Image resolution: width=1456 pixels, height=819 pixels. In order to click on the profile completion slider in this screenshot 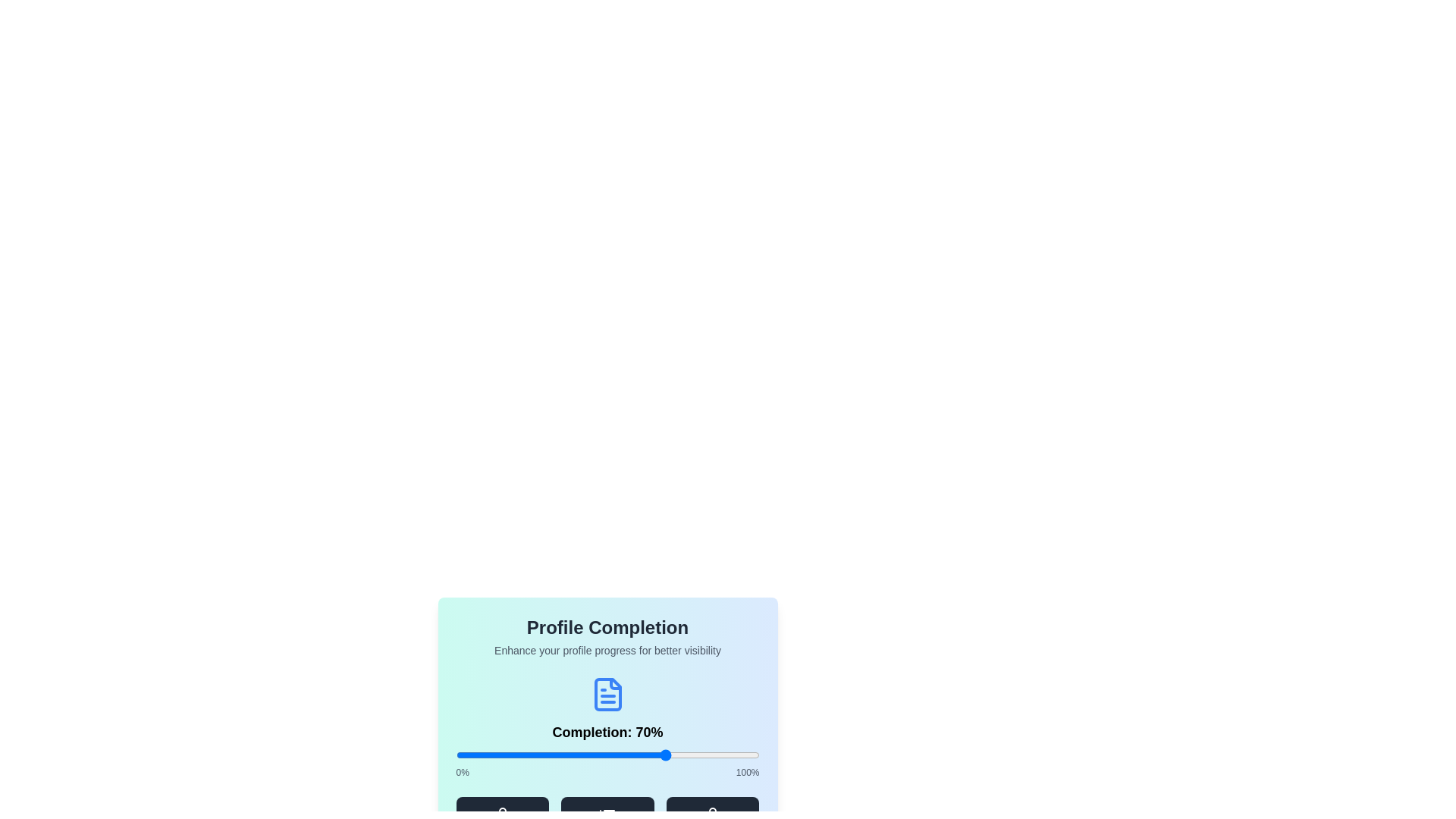, I will do `click(492, 755)`.